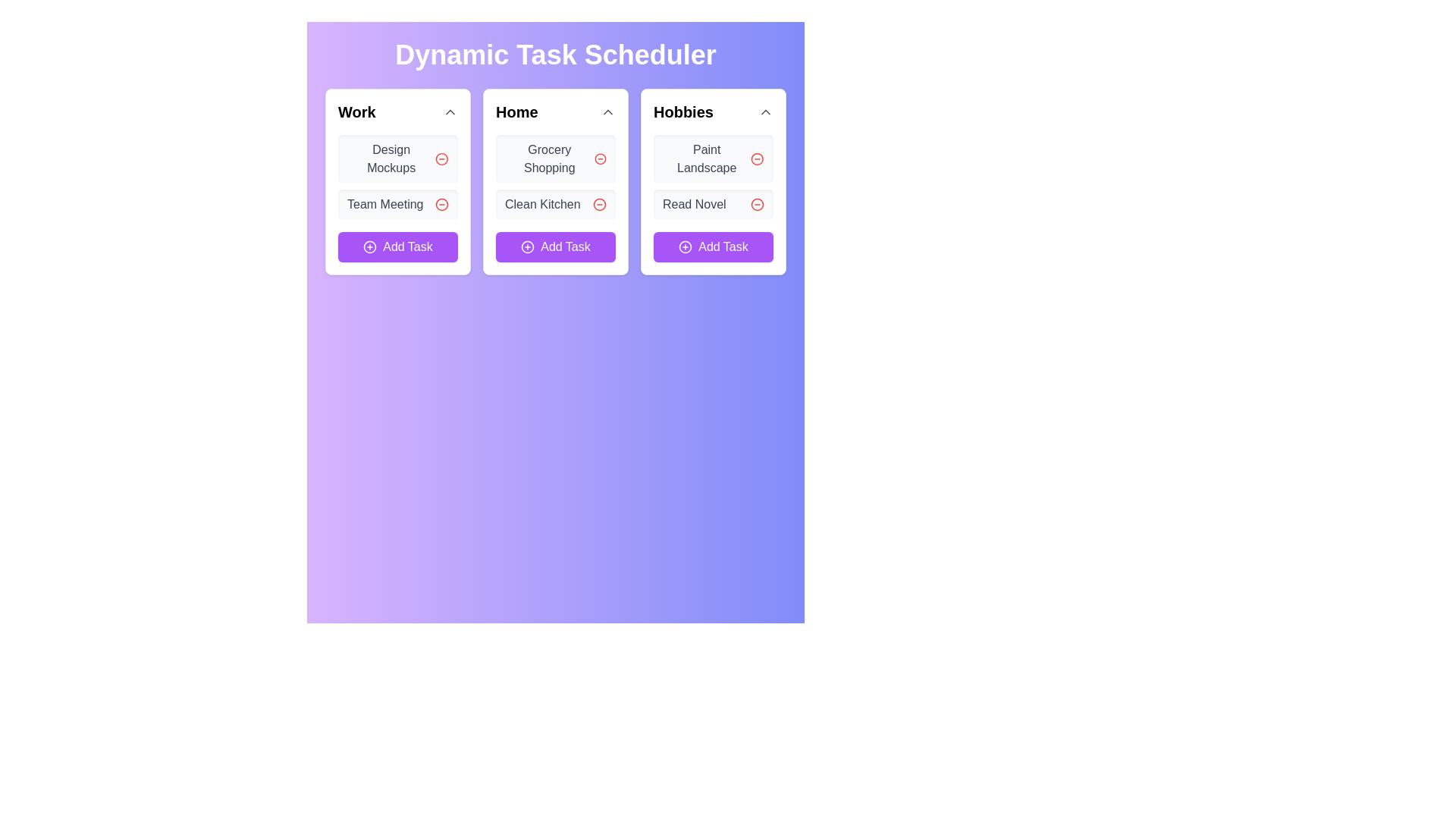 Image resolution: width=1456 pixels, height=819 pixels. What do you see at coordinates (599, 158) in the screenshot?
I see `the clickable icon button next to 'Grocery Shopping'` at bounding box center [599, 158].